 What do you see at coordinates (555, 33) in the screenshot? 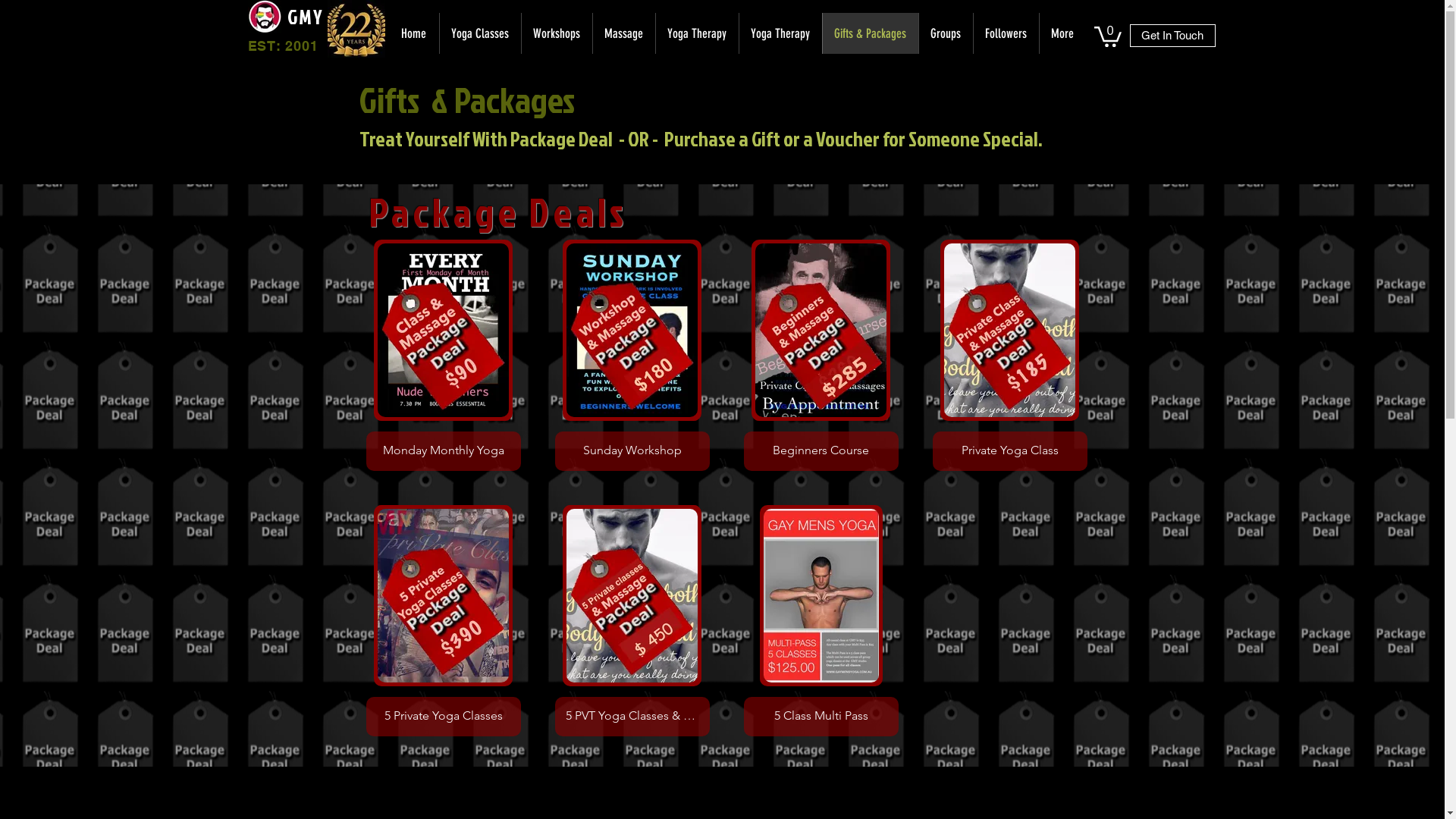
I see `'Workshops'` at bounding box center [555, 33].